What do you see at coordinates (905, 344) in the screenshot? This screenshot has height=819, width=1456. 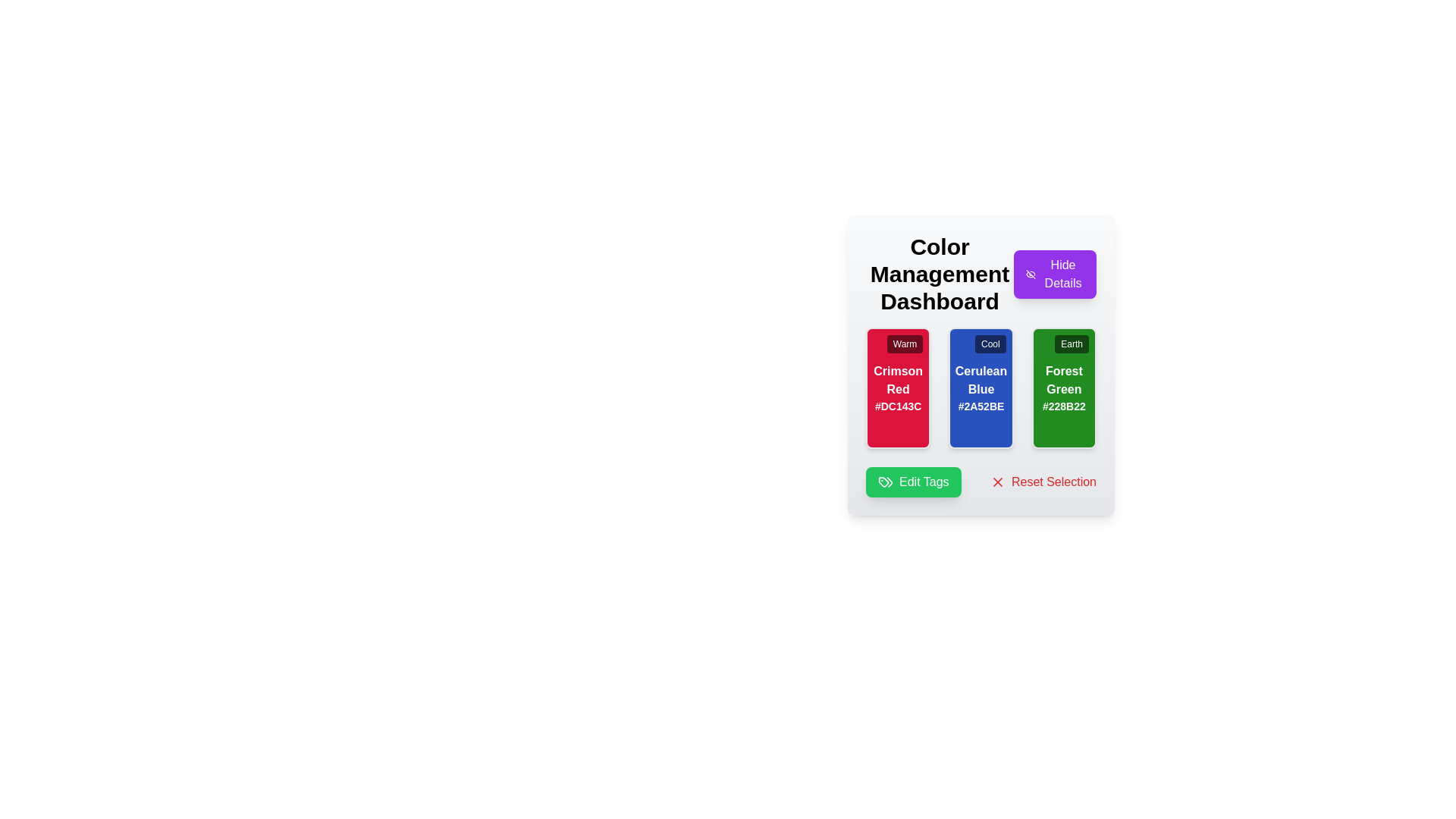 I see `the 'Warm' label, which is a small rectangular tag with a white sans-serif font on a semi-transparent black background, located in the top-right corner of the red card labeled 'Crimson Red'` at bounding box center [905, 344].